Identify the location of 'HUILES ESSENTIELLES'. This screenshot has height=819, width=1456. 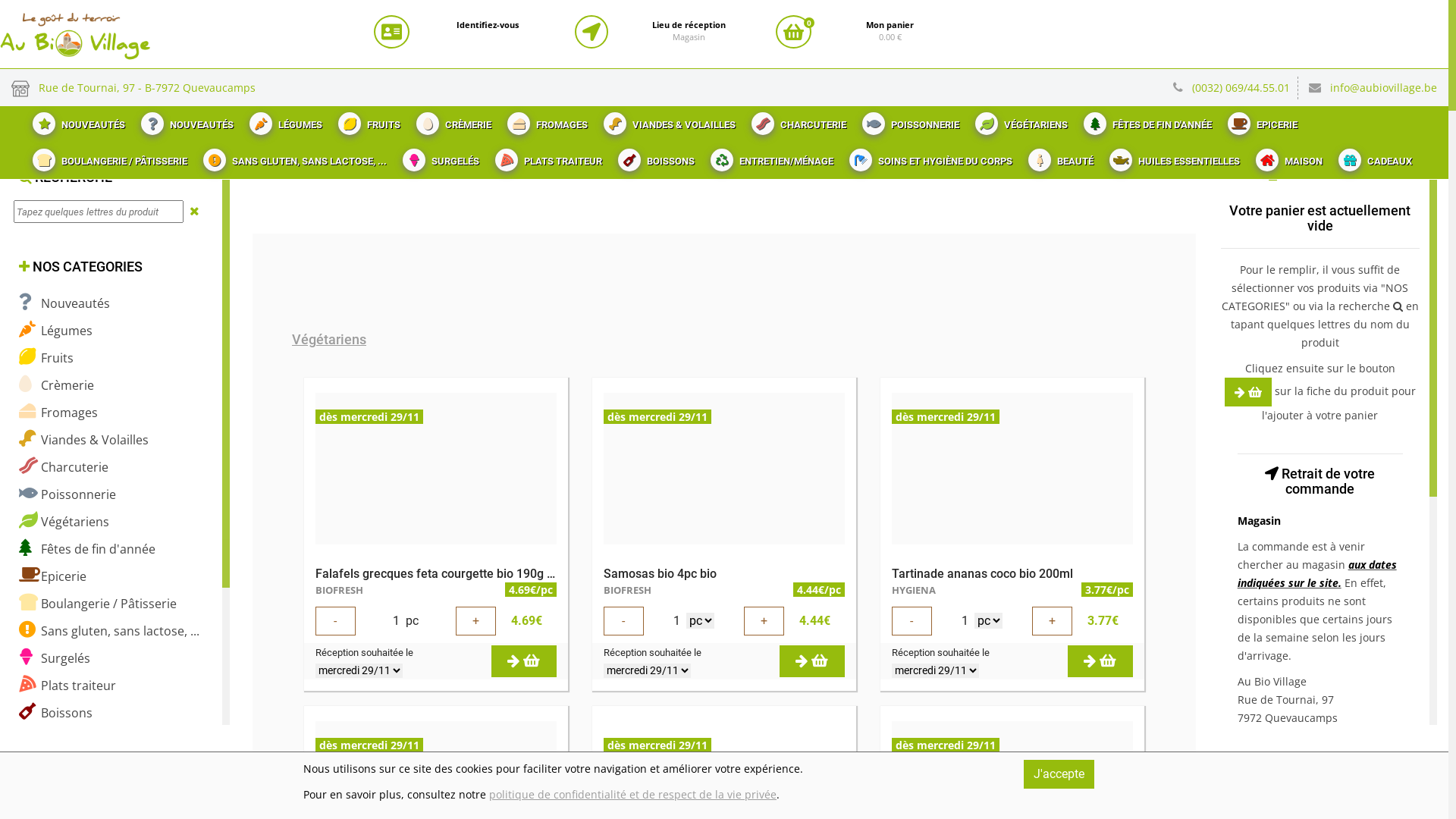
(1172, 157).